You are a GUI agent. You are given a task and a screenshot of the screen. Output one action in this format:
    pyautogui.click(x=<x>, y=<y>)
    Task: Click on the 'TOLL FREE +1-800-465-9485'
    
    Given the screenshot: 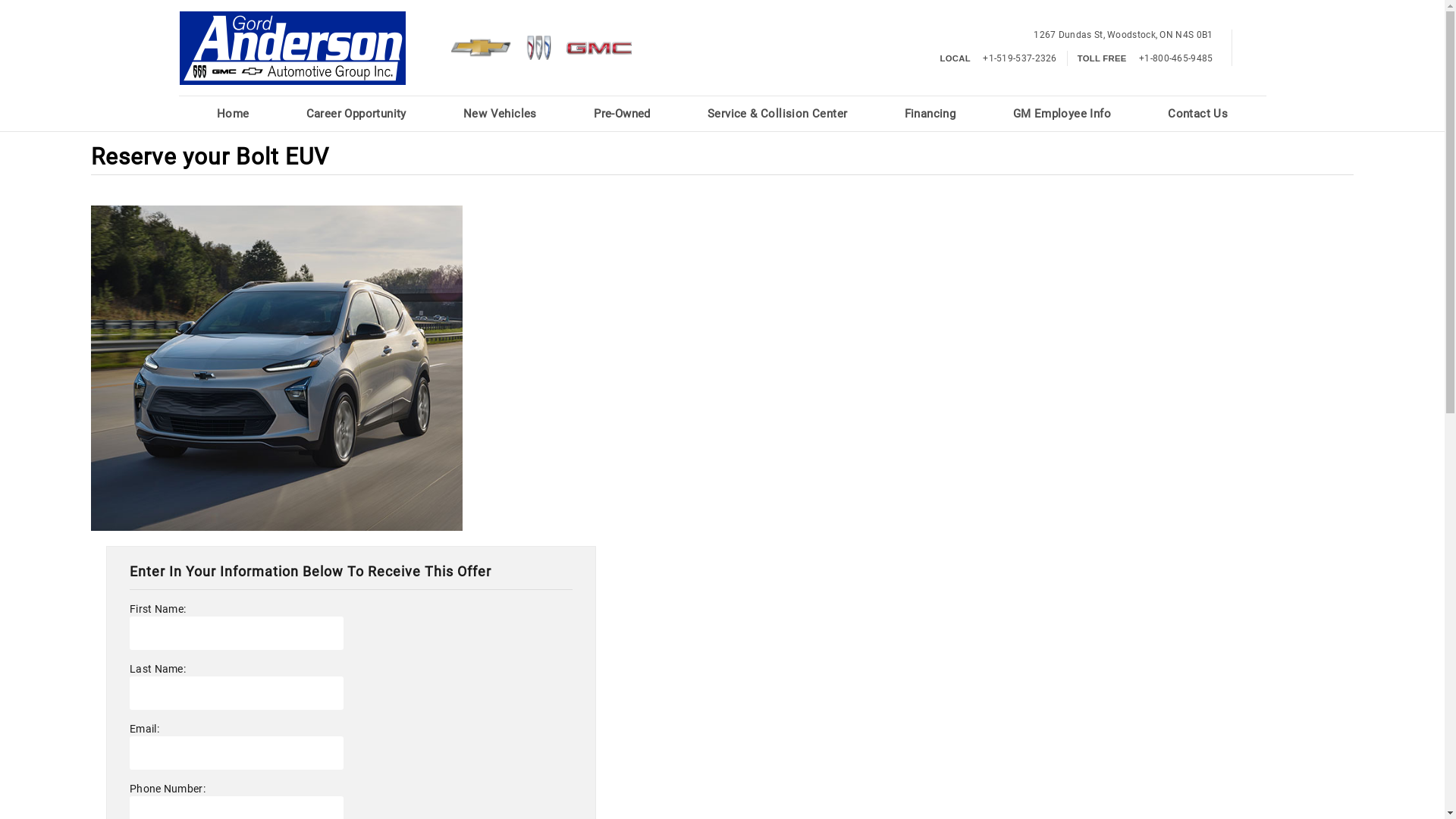 What is the action you would take?
    pyautogui.click(x=1076, y=58)
    